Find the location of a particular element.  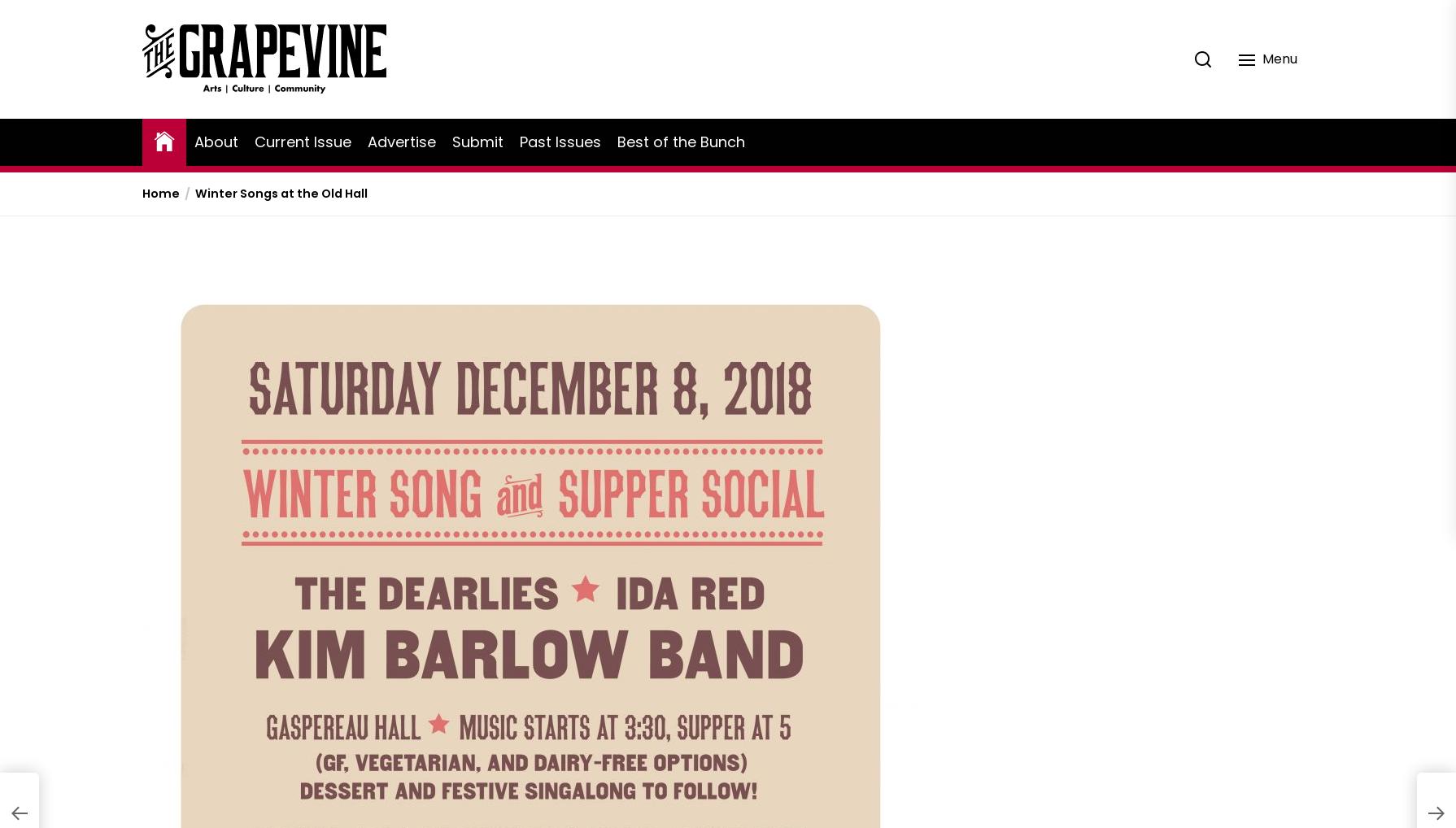

'Winter Songs at the Old Hall' is located at coordinates (281, 193).